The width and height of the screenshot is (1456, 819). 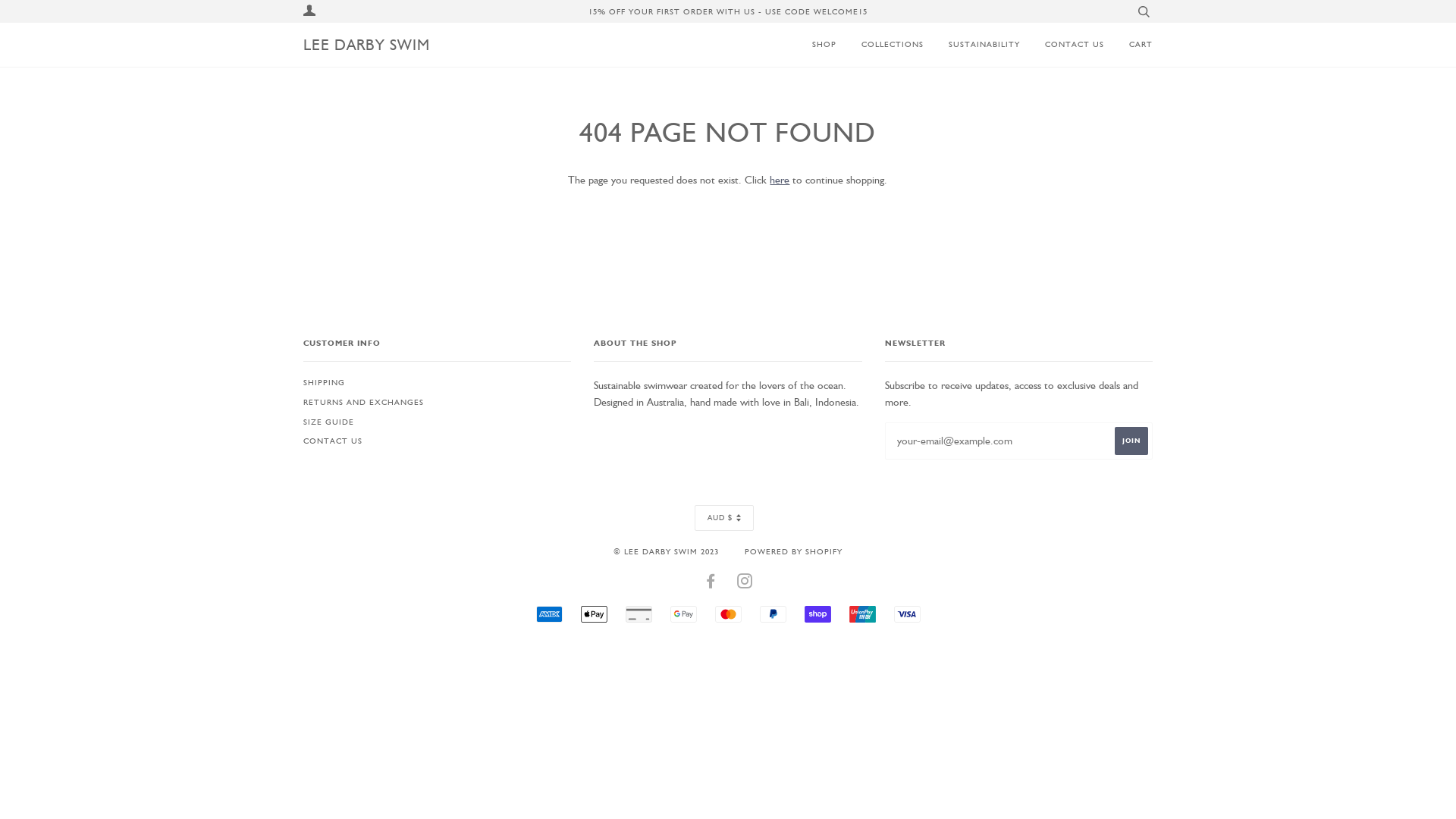 What do you see at coordinates (792, 551) in the screenshot?
I see `'POWERED BY SHOPIFY'` at bounding box center [792, 551].